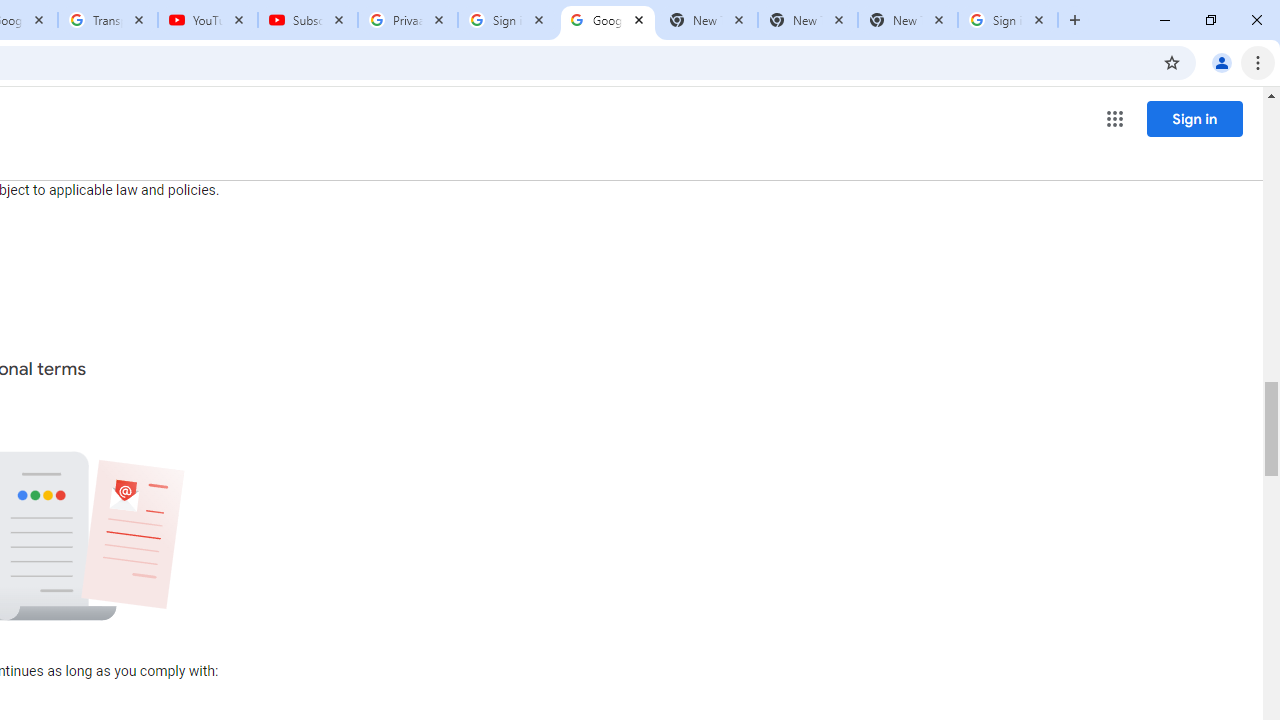 The height and width of the screenshot is (720, 1280). What do you see at coordinates (906, 20) in the screenshot?
I see `'New Tab'` at bounding box center [906, 20].